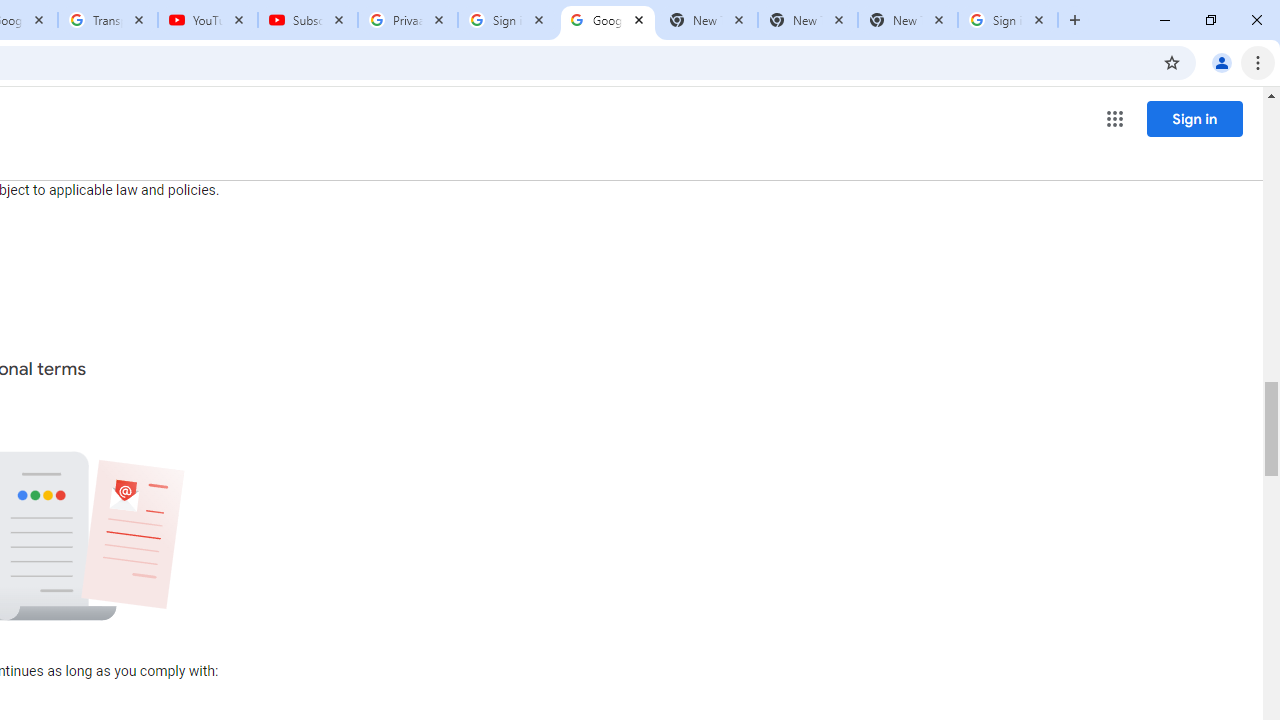 The height and width of the screenshot is (720, 1280). What do you see at coordinates (906, 20) in the screenshot?
I see `'New Tab'` at bounding box center [906, 20].